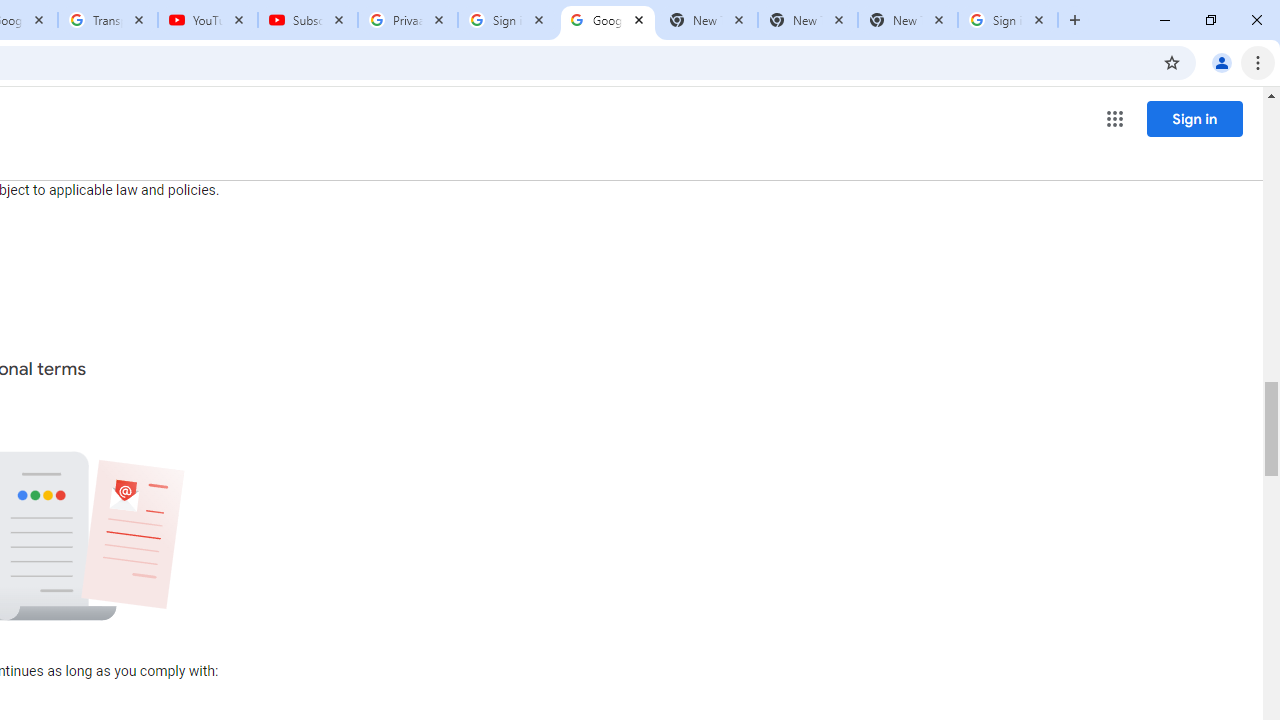 The height and width of the screenshot is (720, 1280). What do you see at coordinates (906, 20) in the screenshot?
I see `'New Tab'` at bounding box center [906, 20].